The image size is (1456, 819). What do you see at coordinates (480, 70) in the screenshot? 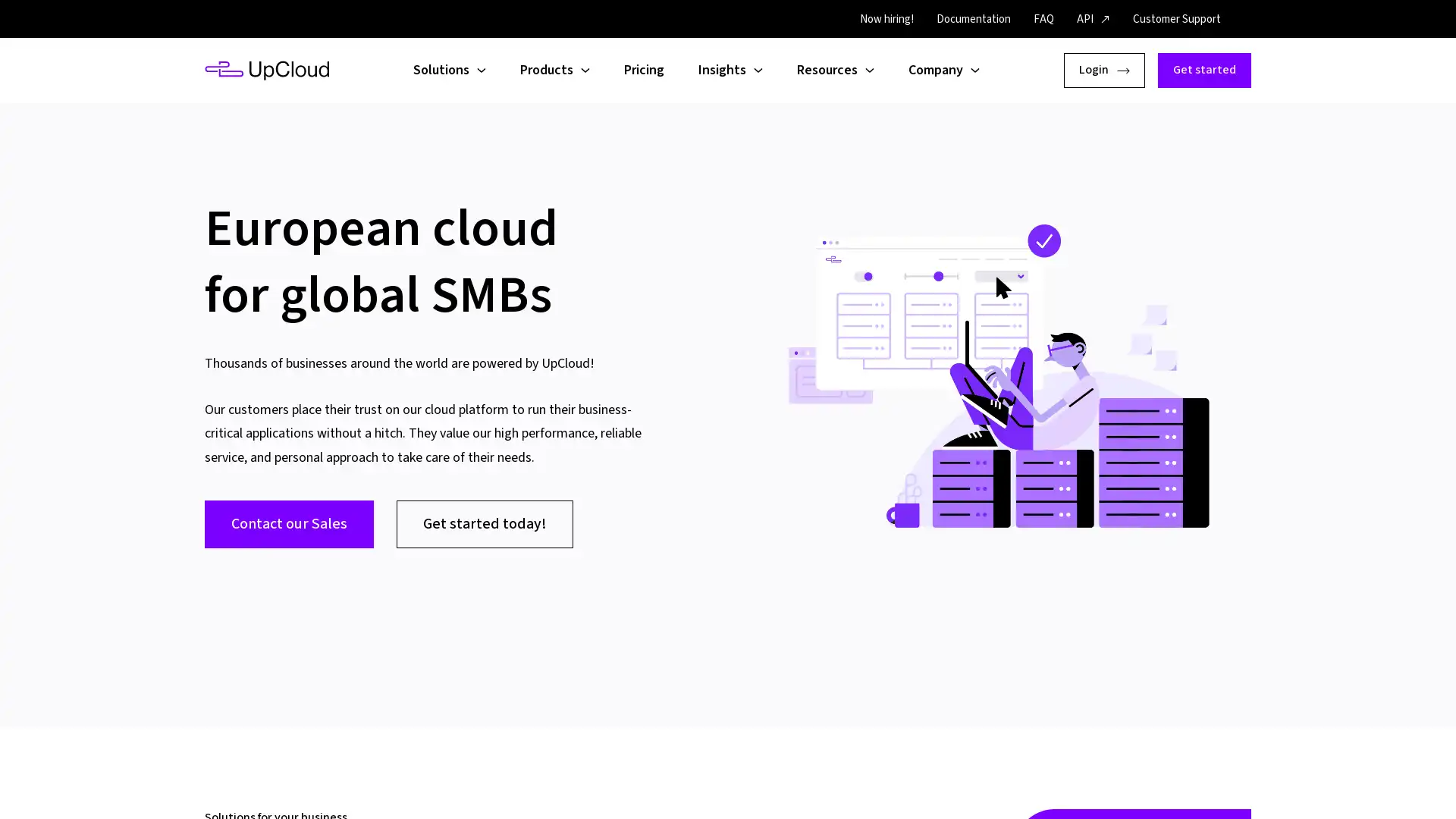
I see `Open child menu for Solutions` at bounding box center [480, 70].